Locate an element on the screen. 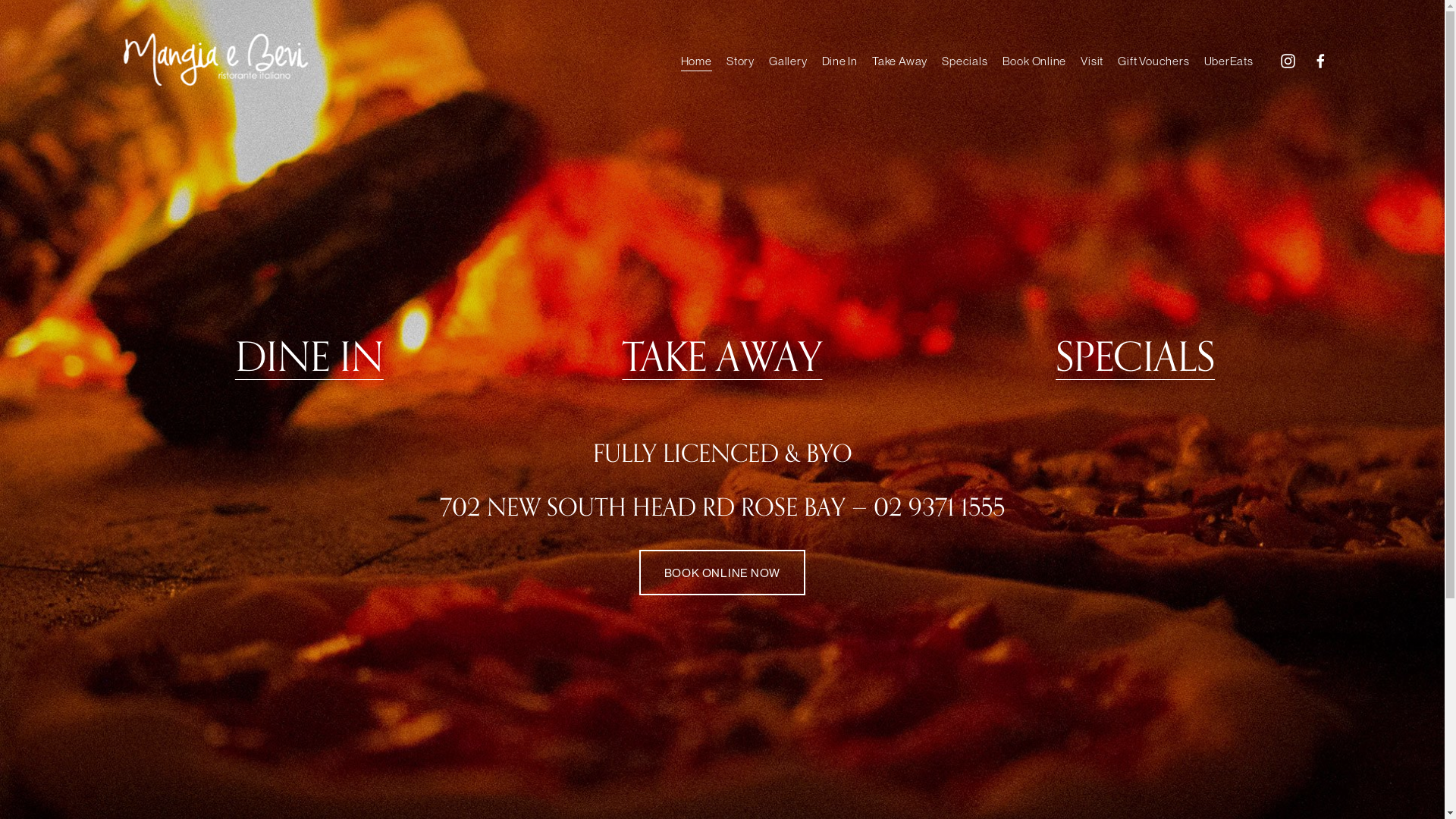 This screenshot has width=1456, height=819. 'BOOK ONLINE NOW' is located at coordinates (720, 572).